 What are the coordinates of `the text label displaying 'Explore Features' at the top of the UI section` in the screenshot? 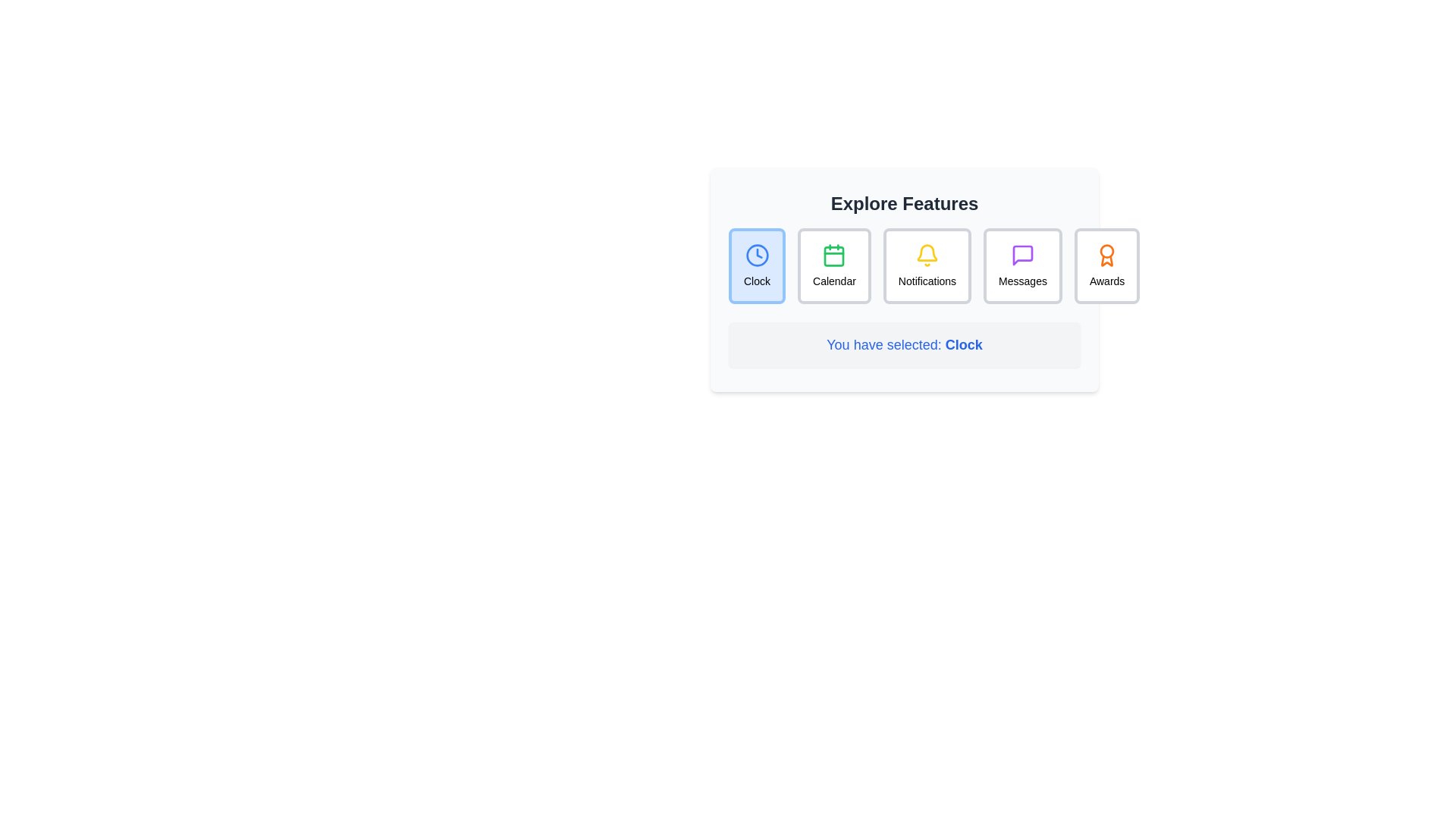 It's located at (905, 203).